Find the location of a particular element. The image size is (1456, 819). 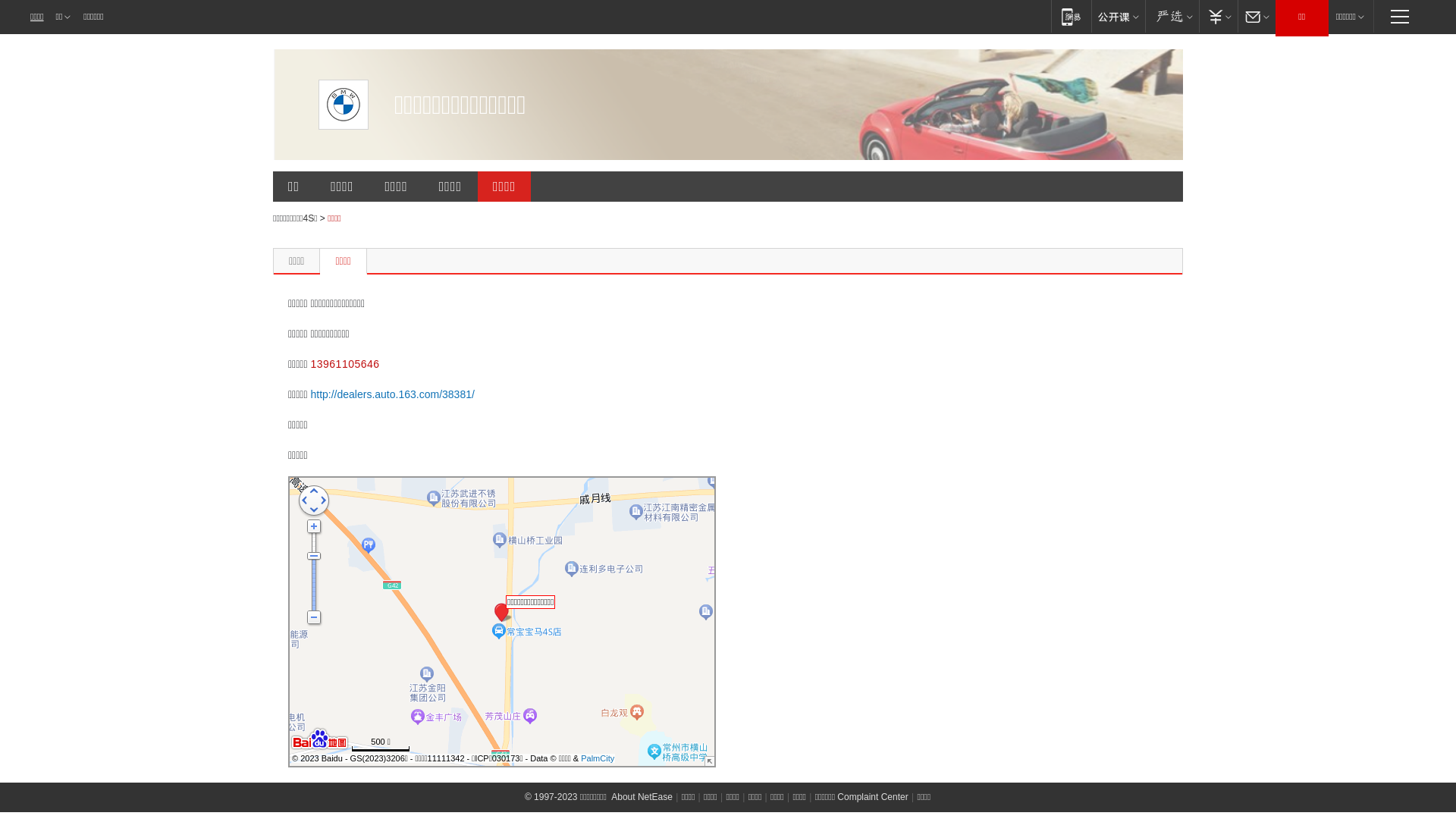

'http://dealers.auto.163.com/38381/' is located at coordinates (392, 394).